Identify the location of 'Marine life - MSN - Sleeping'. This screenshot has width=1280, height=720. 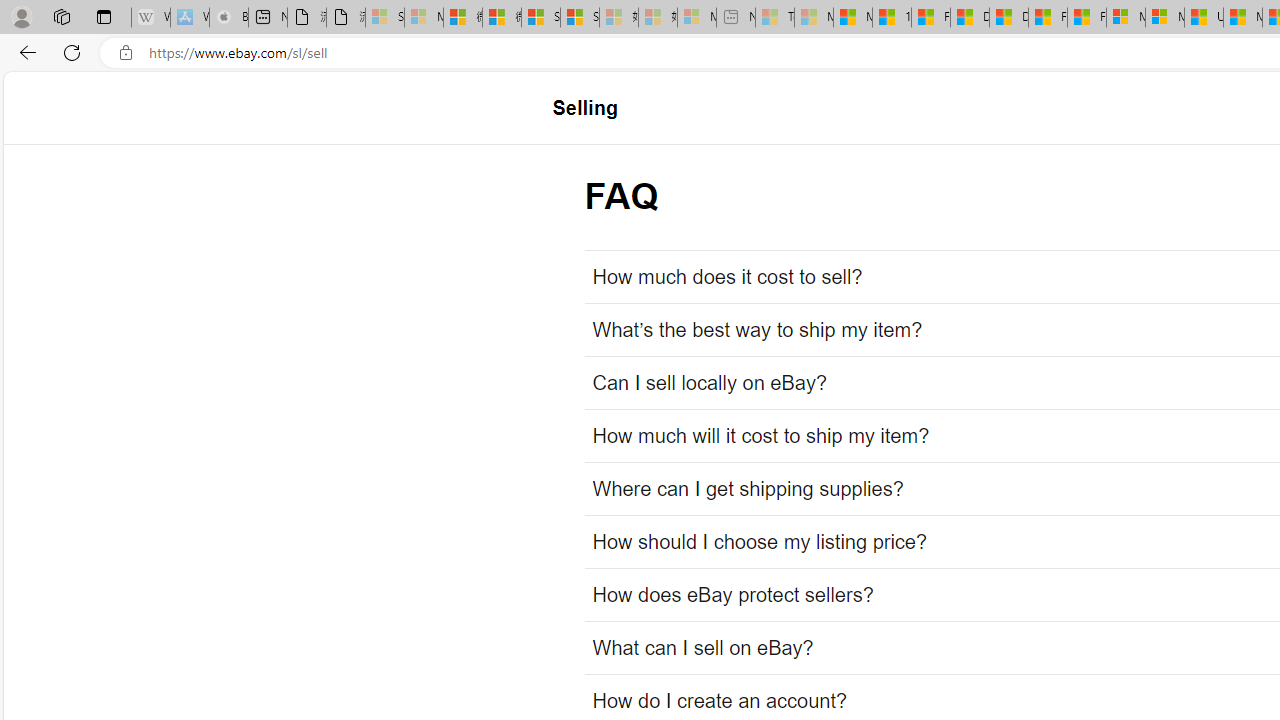
(814, 17).